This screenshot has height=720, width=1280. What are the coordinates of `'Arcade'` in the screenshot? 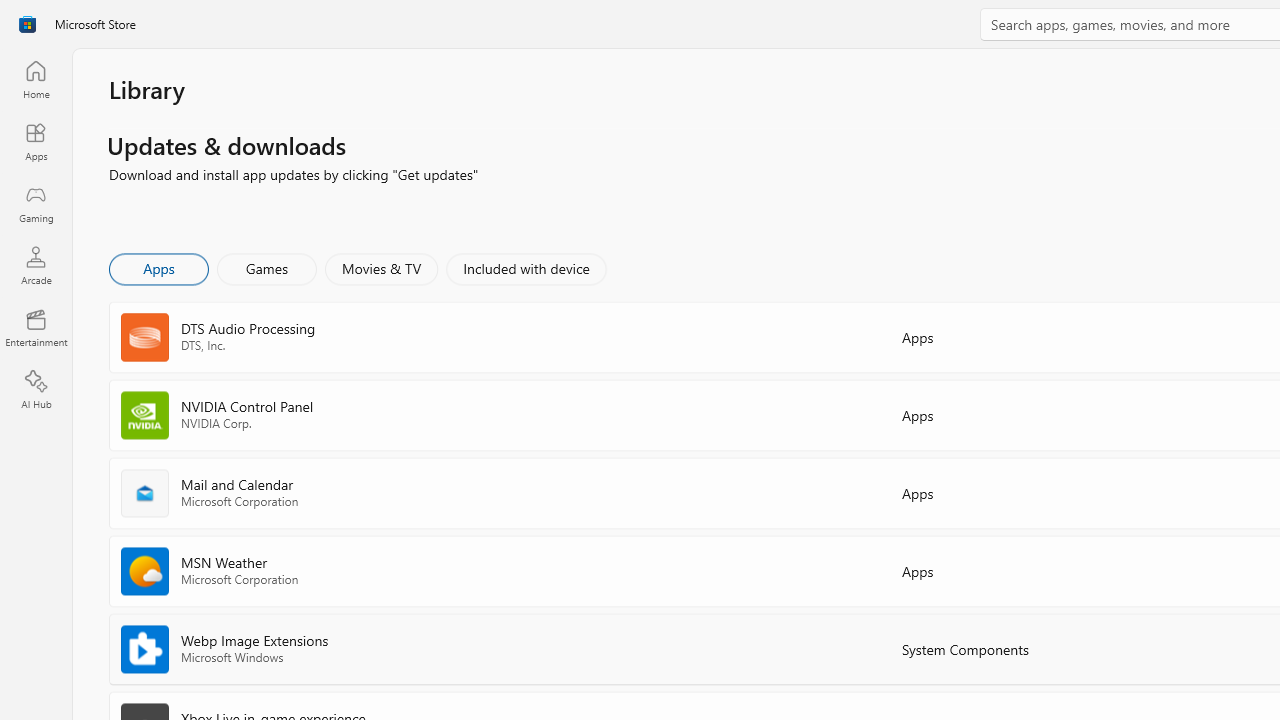 It's located at (35, 264).